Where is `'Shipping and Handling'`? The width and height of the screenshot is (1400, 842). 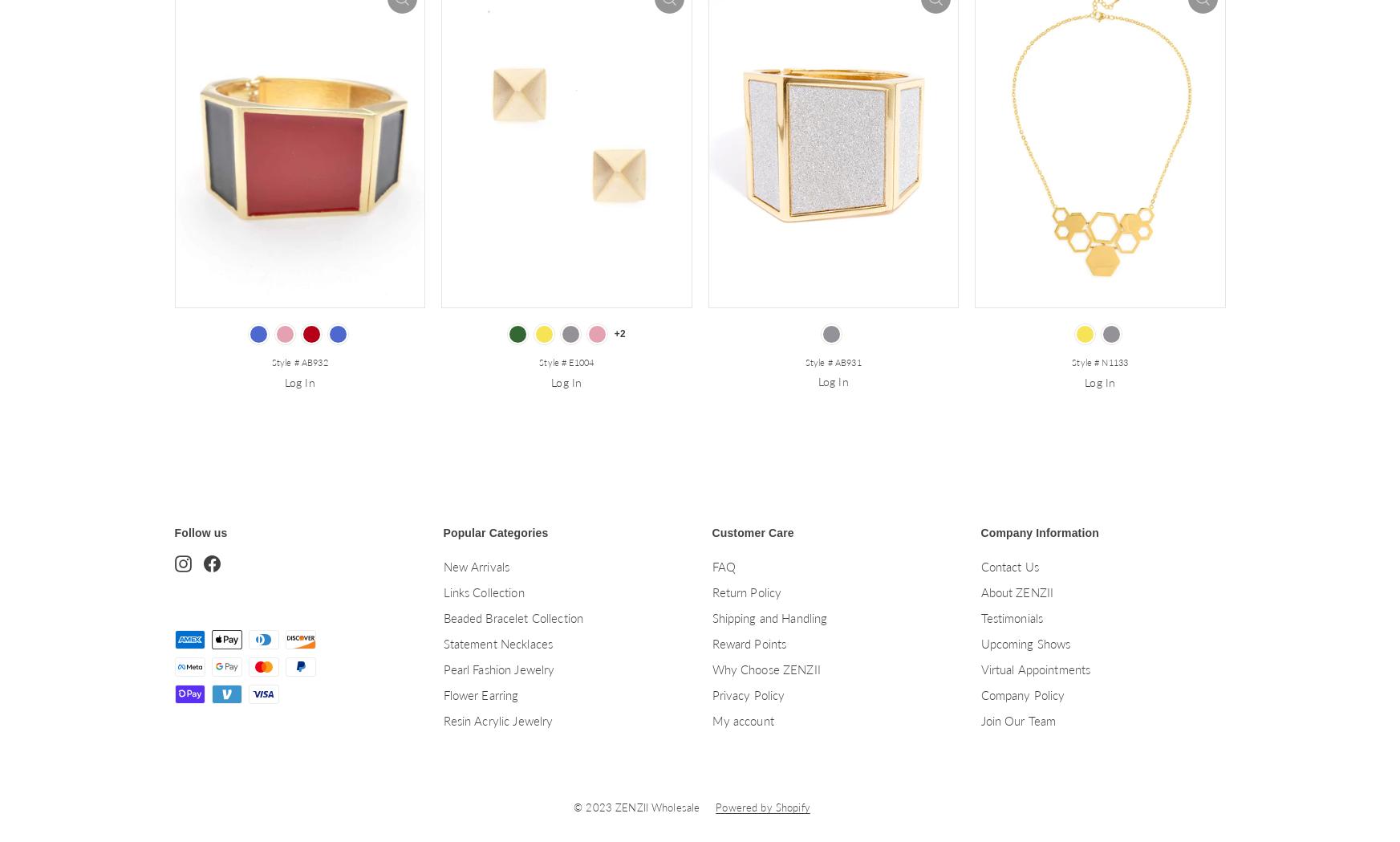
'Shipping and Handling' is located at coordinates (769, 617).